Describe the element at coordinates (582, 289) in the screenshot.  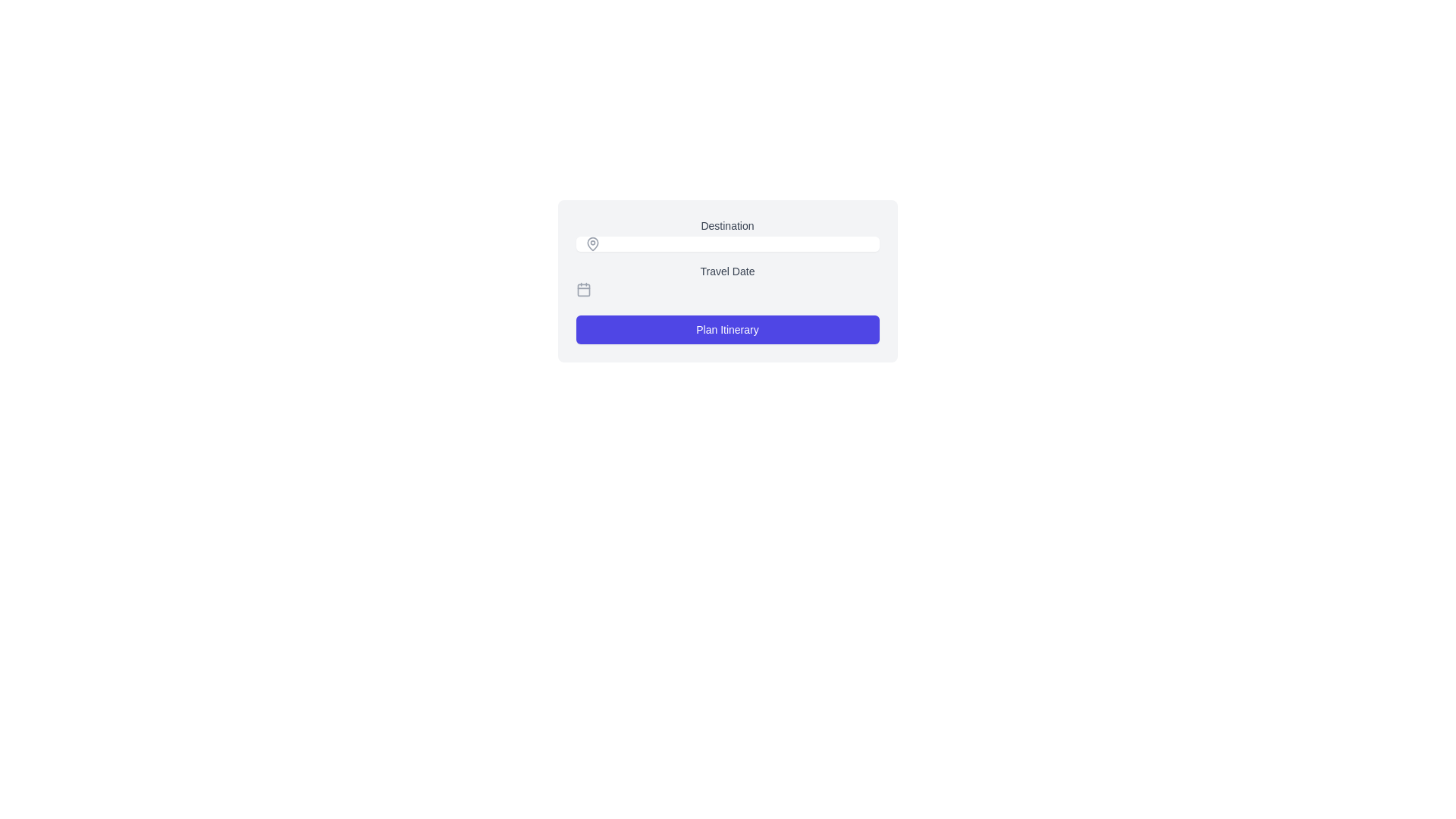
I see `the calendar icon located to the left of the 'Travel Date' input field` at that location.